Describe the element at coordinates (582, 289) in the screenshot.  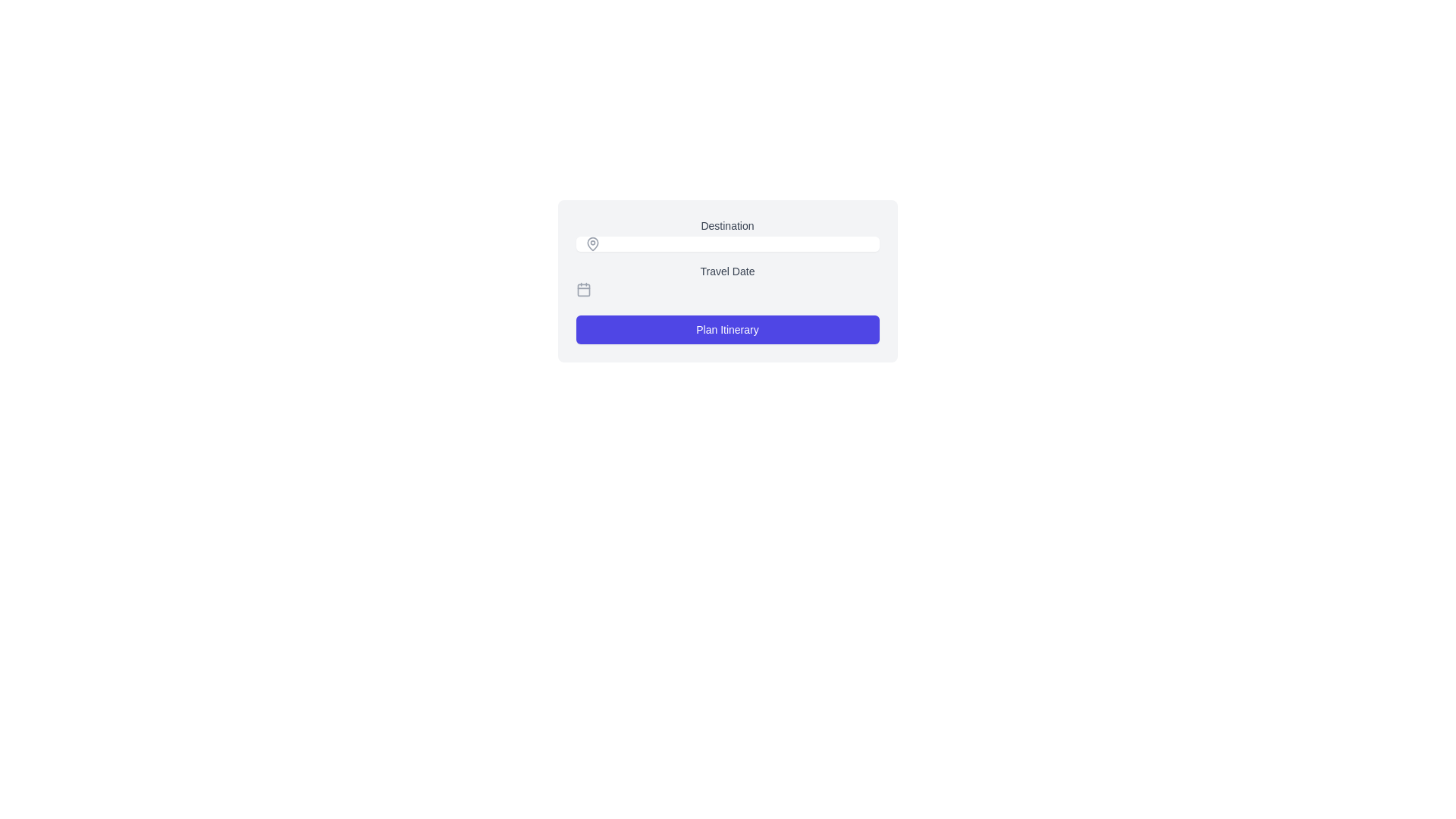
I see `the calendar icon located to the left of the 'Travel Date' input field` at that location.